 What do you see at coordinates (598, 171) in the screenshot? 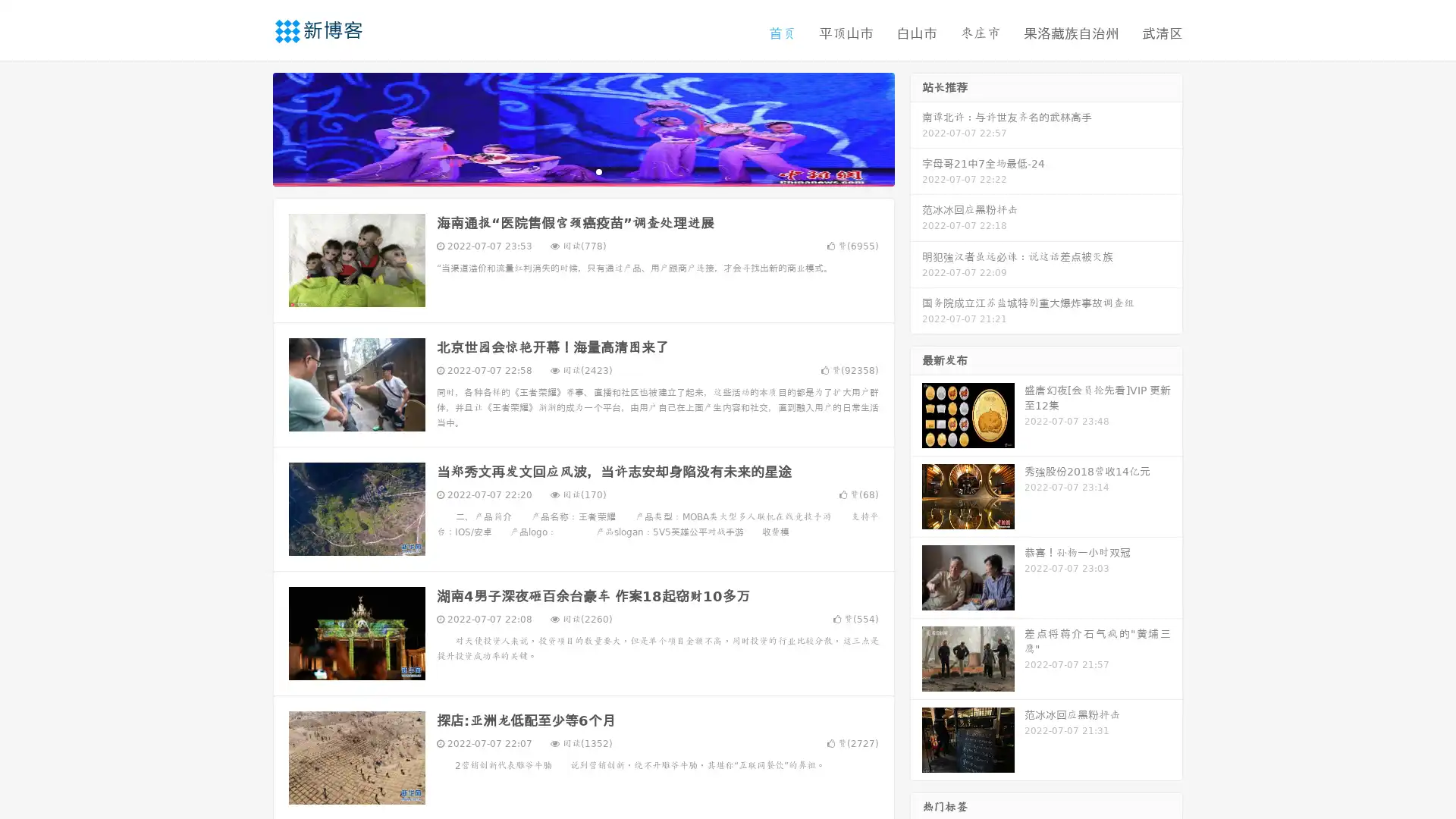
I see `Go to slide 3` at bounding box center [598, 171].